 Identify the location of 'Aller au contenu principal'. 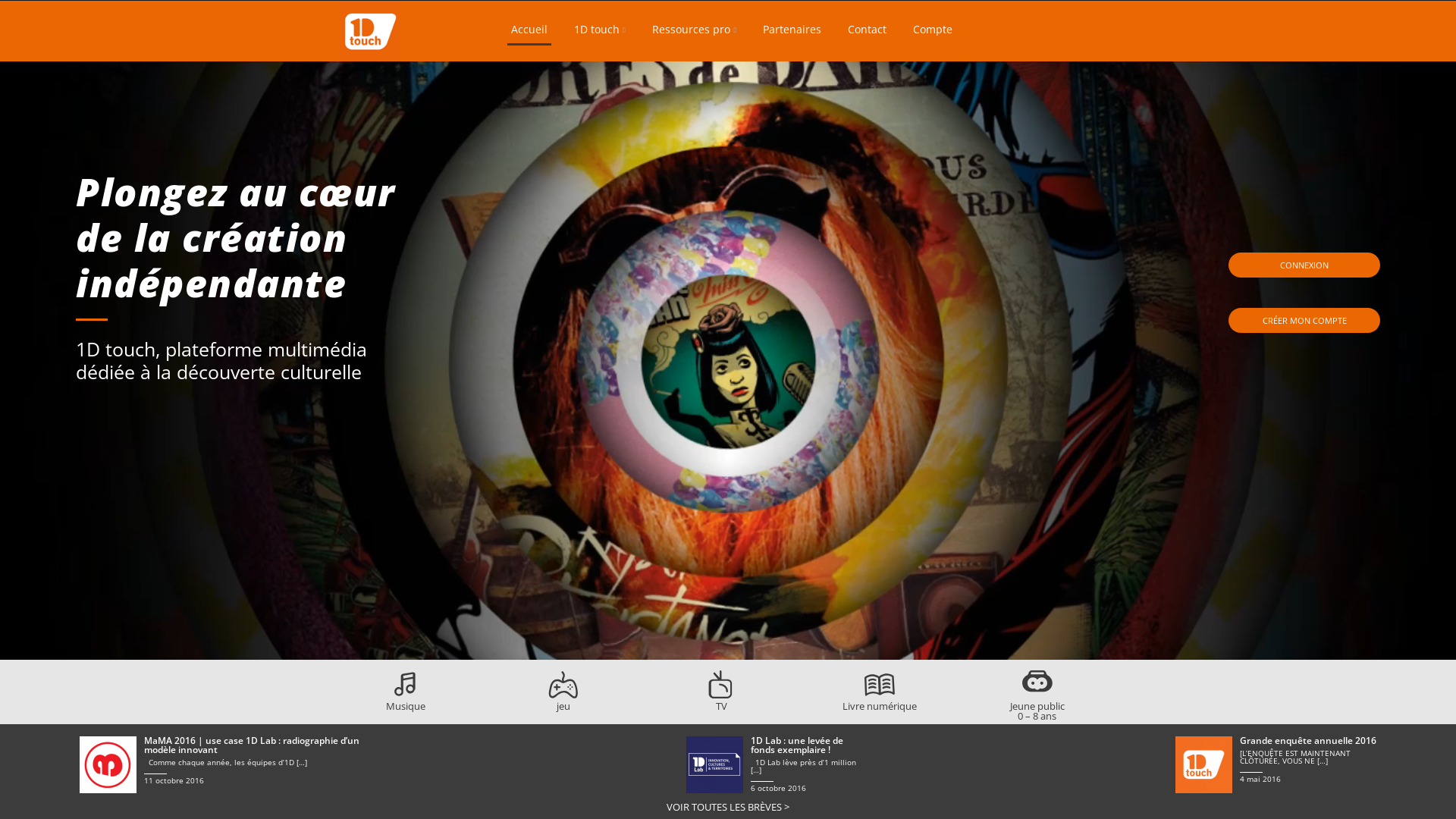
(364, 0).